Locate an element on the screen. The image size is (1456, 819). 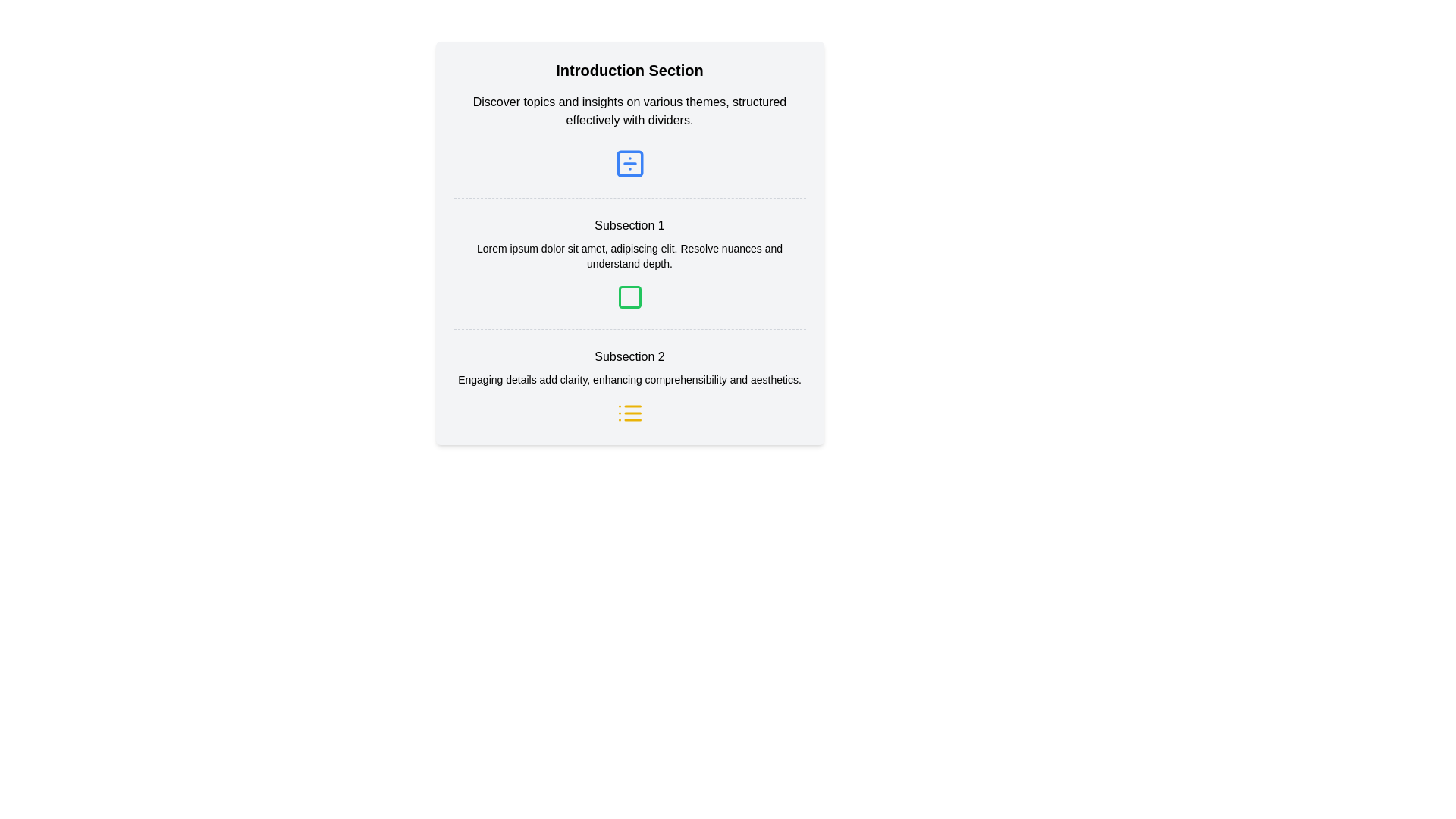
the yellow list icon located centrally beneath the text 'Subsection 2', which is positioned directly below the descriptive text 'Engaging details add clarity, enhancing comprehensibility and aesthetics.' is located at coordinates (629, 413).